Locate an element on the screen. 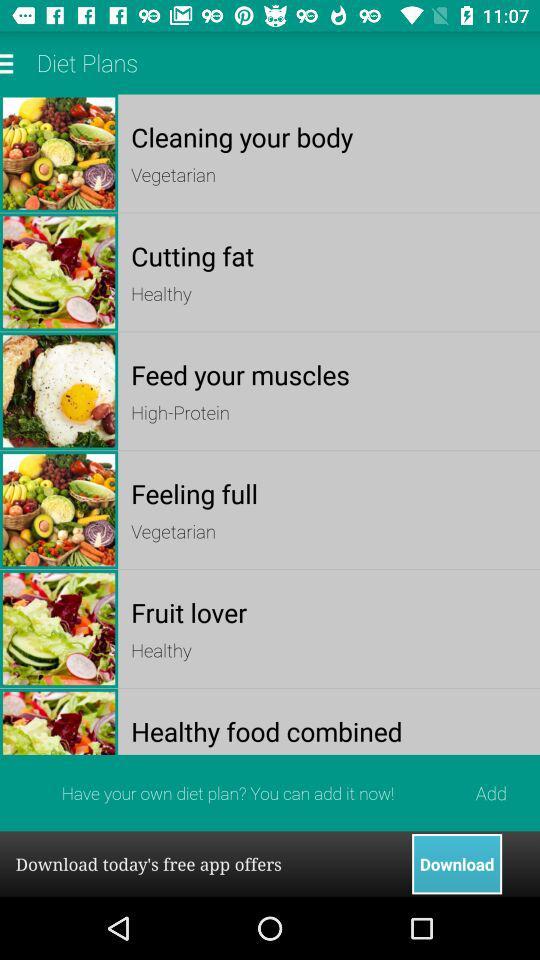 The height and width of the screenshot is (960, 540). the icon above the vegetarian is located at coordinates (329, 492).